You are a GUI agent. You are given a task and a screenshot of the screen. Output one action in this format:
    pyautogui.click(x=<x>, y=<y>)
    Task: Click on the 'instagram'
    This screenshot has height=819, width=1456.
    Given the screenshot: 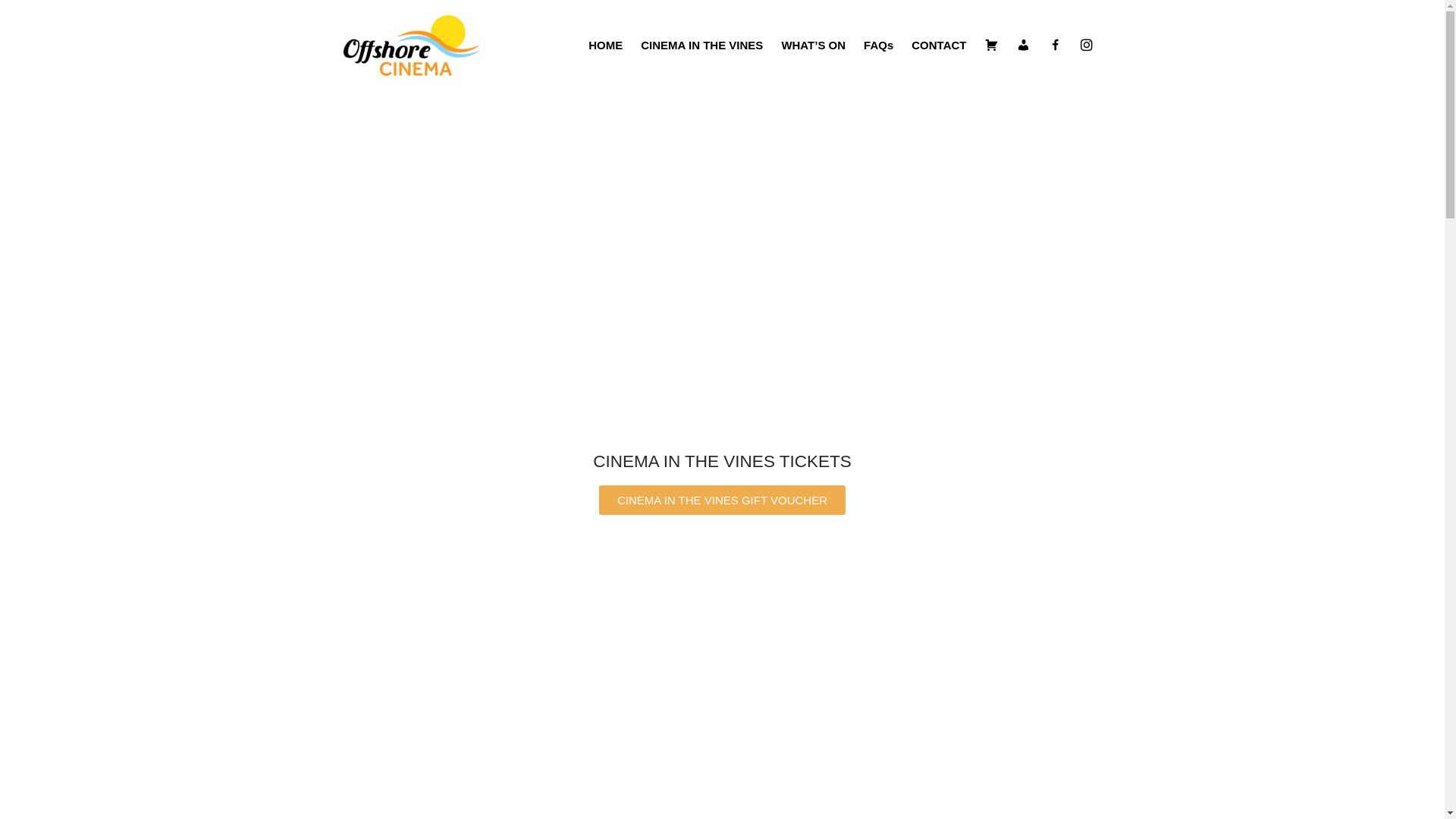 What is the action you would take?
    pyautogui.click(x=1084, y=45)
    